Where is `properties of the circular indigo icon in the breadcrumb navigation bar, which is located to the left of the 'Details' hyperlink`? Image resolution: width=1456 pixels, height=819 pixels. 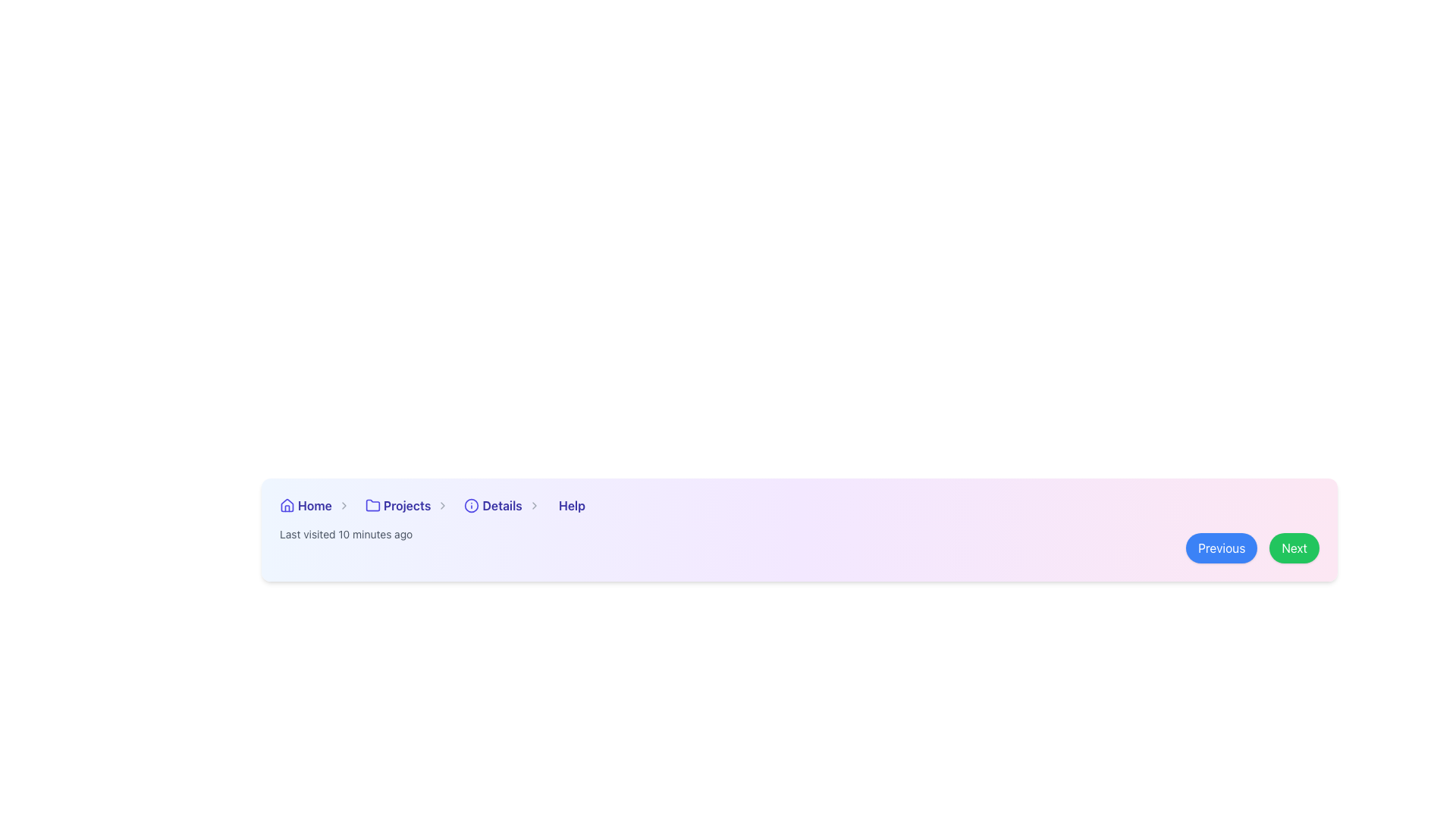 properties of the circular indigo icon in the breadcrumb navigation bar, which is located to the left of the 'Details' hyperlink is located at coordinates (471, 506).